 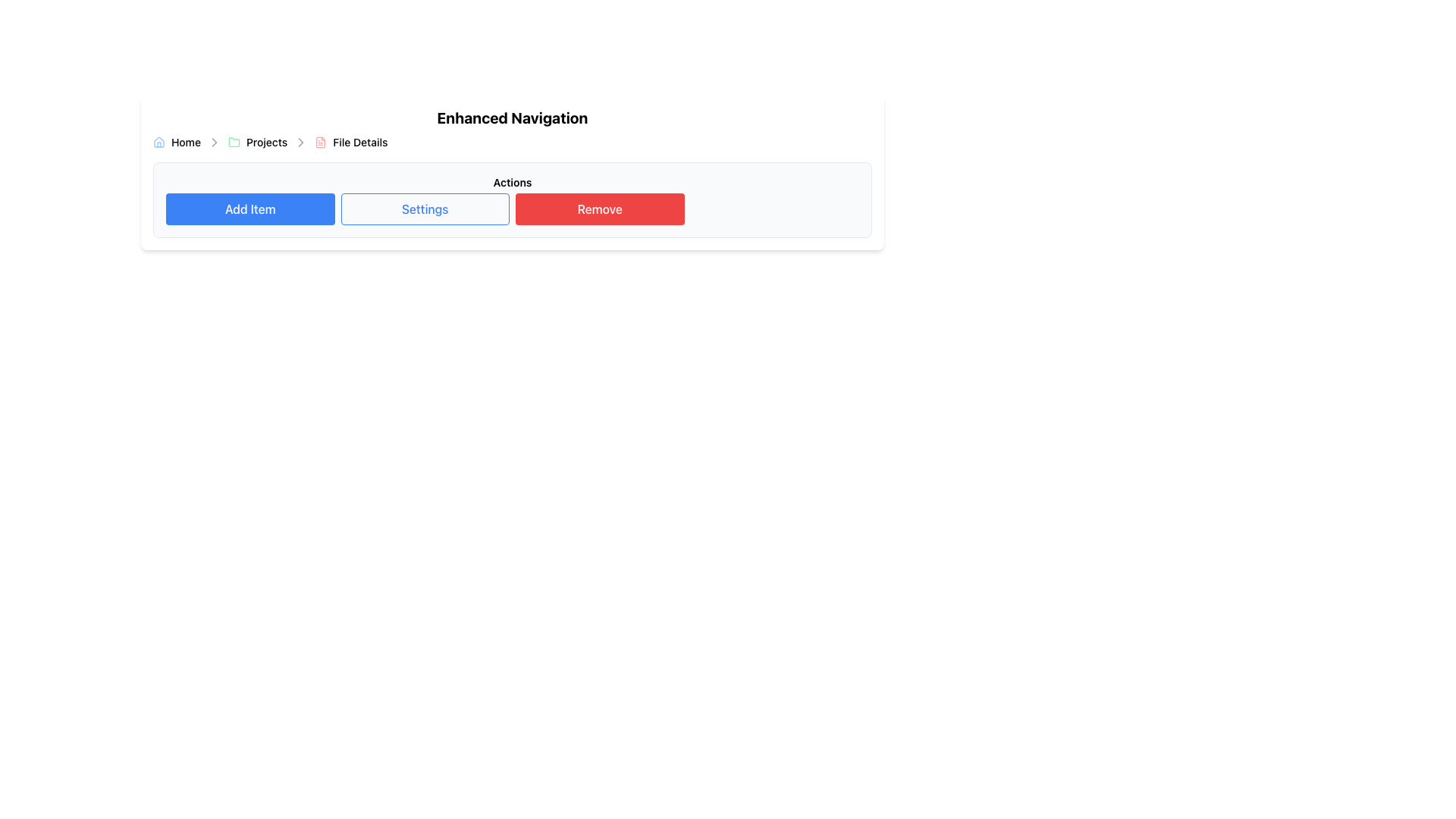 What do you see at coordinates (599, 209) in the screenshot?
I see `the delete button located at the far right of the 'Actions' section to observe the hover effect` at bounding box center [599, 209].